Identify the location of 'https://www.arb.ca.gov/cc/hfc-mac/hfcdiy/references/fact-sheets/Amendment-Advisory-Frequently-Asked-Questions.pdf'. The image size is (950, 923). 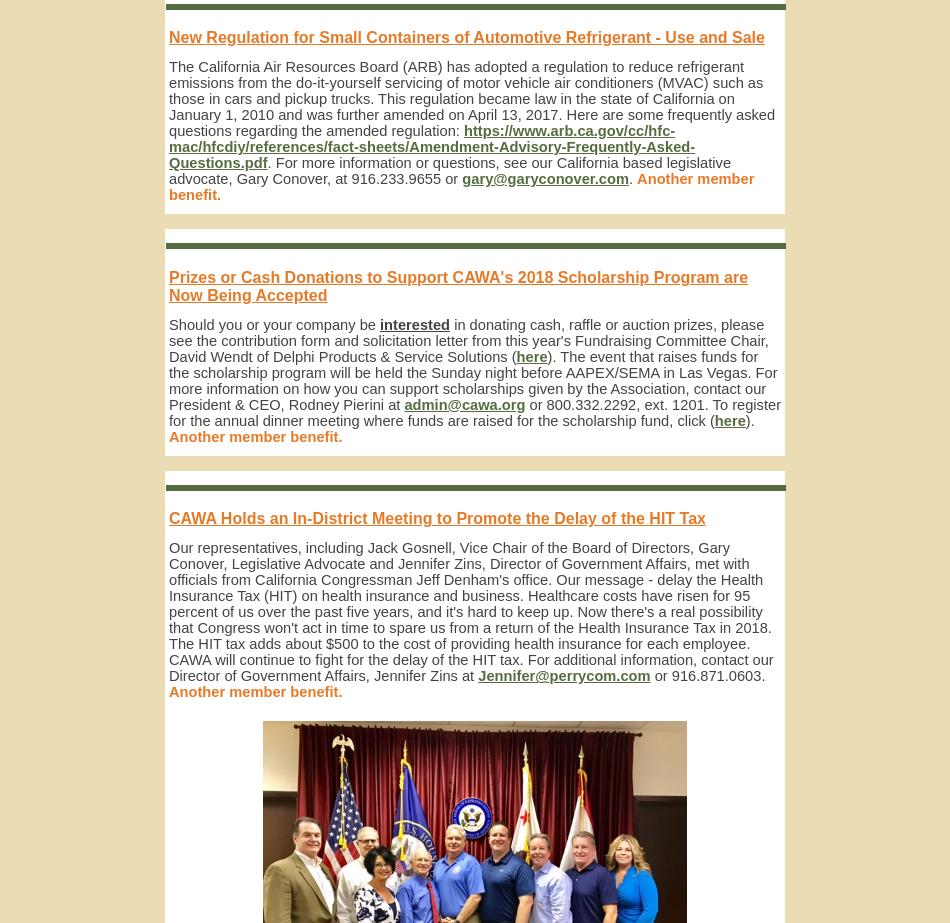
(430, 147).